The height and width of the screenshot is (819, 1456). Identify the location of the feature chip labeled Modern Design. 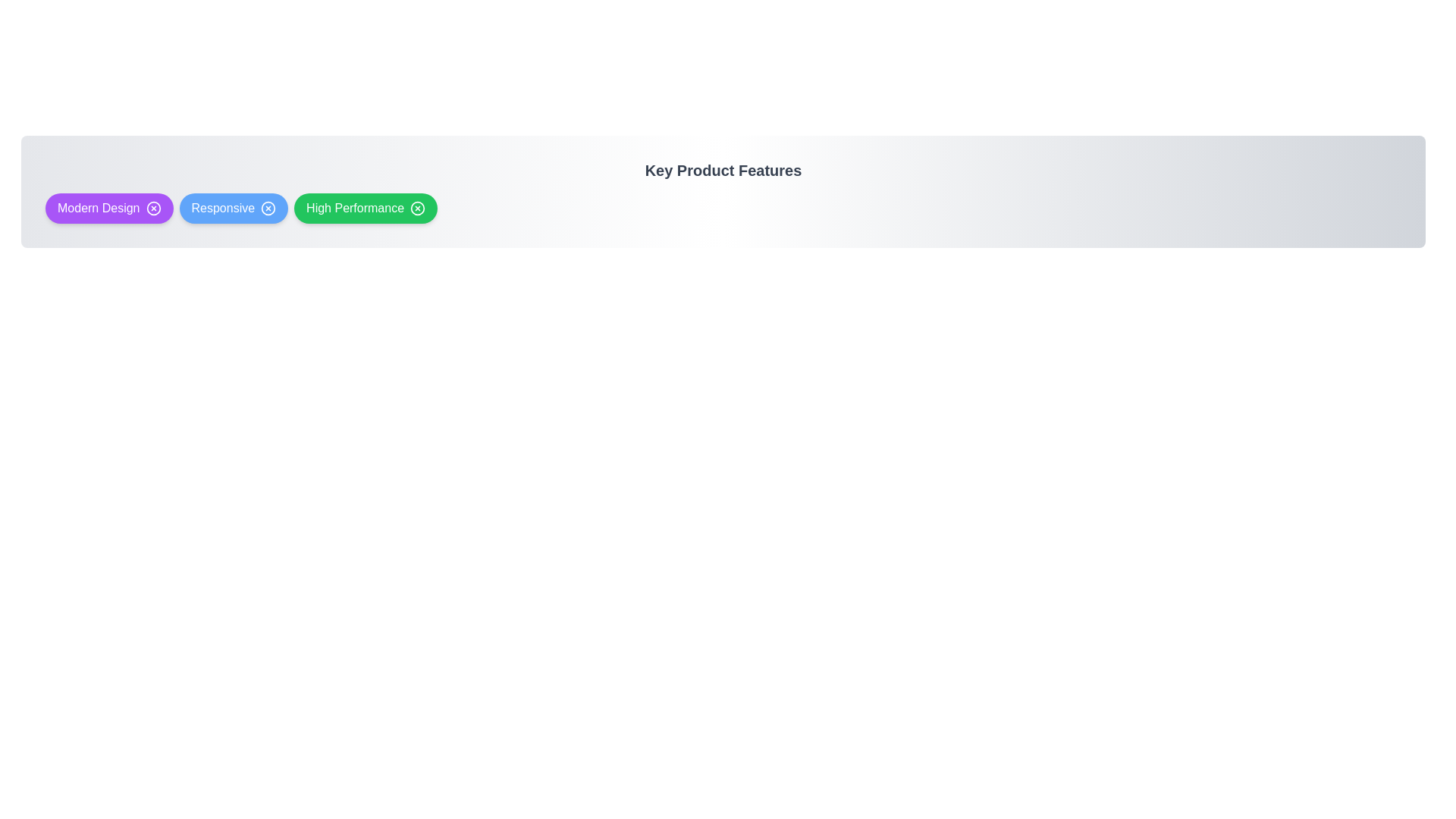
(108, 208).